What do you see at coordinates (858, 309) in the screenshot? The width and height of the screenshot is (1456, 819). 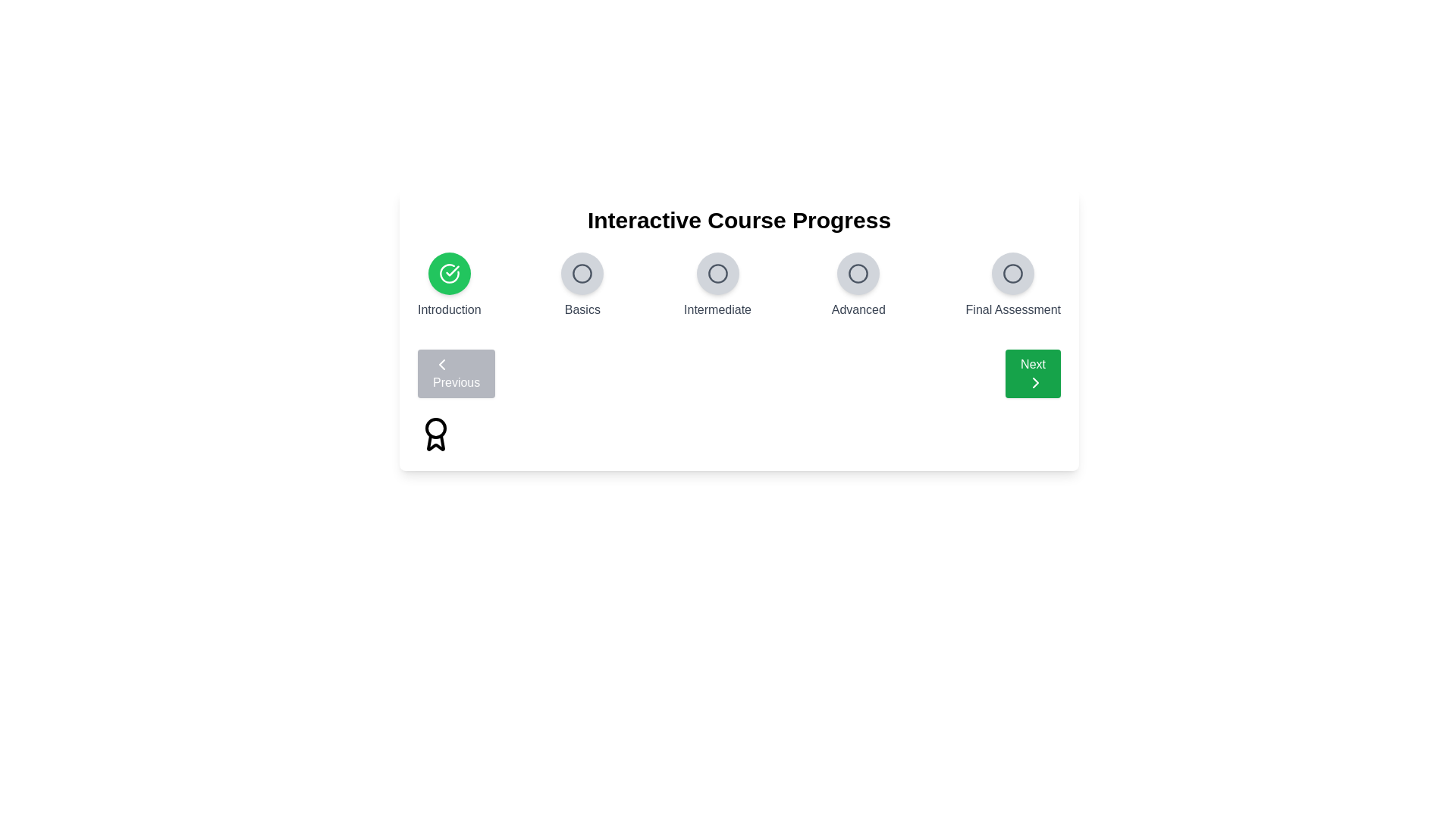 I see `text label indicating the 'Advanced' stage in the sequence of navigation elements` at bounding box center [858, 309].